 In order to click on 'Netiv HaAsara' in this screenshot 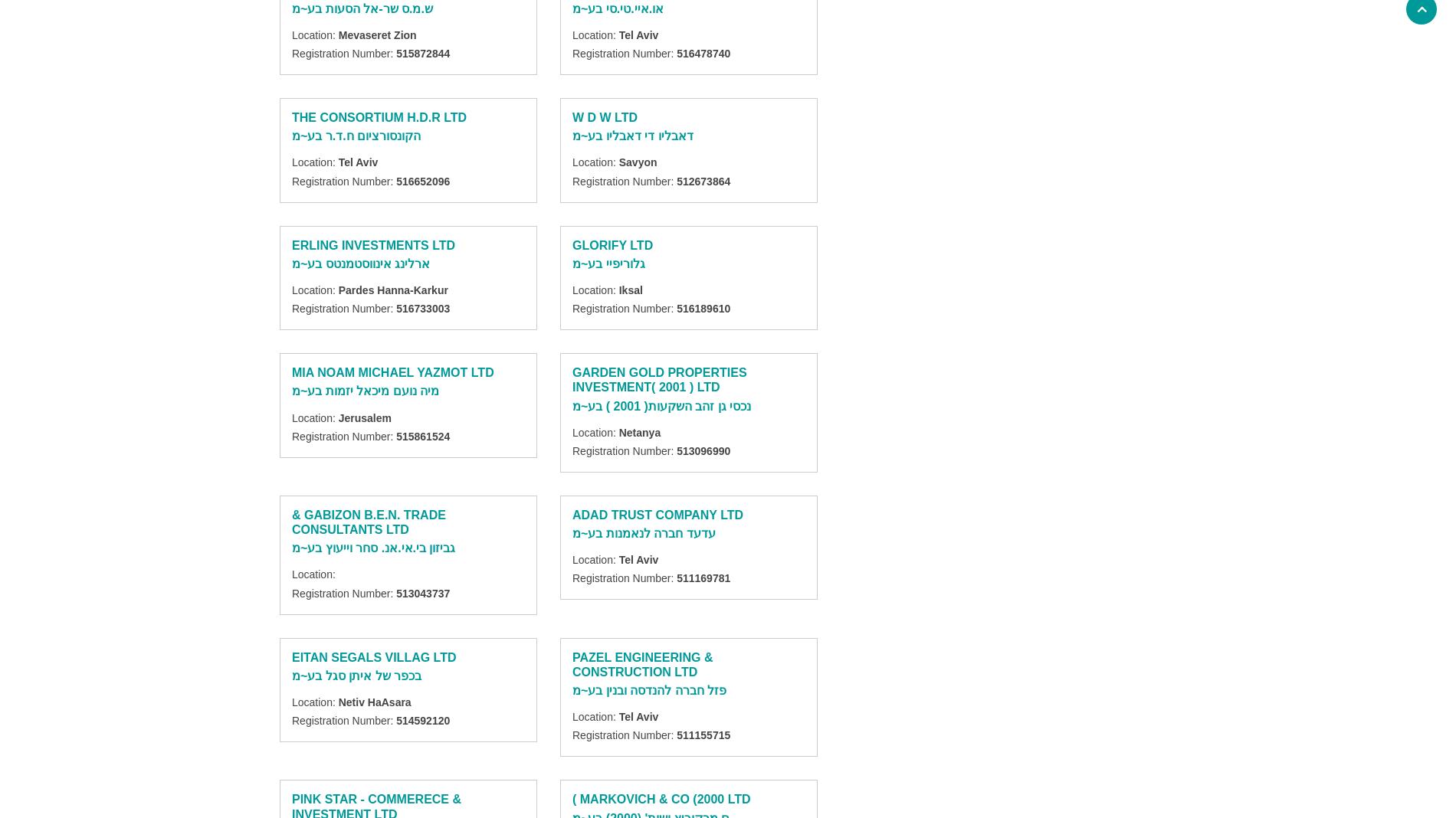, I will do `click(374, 701)`.